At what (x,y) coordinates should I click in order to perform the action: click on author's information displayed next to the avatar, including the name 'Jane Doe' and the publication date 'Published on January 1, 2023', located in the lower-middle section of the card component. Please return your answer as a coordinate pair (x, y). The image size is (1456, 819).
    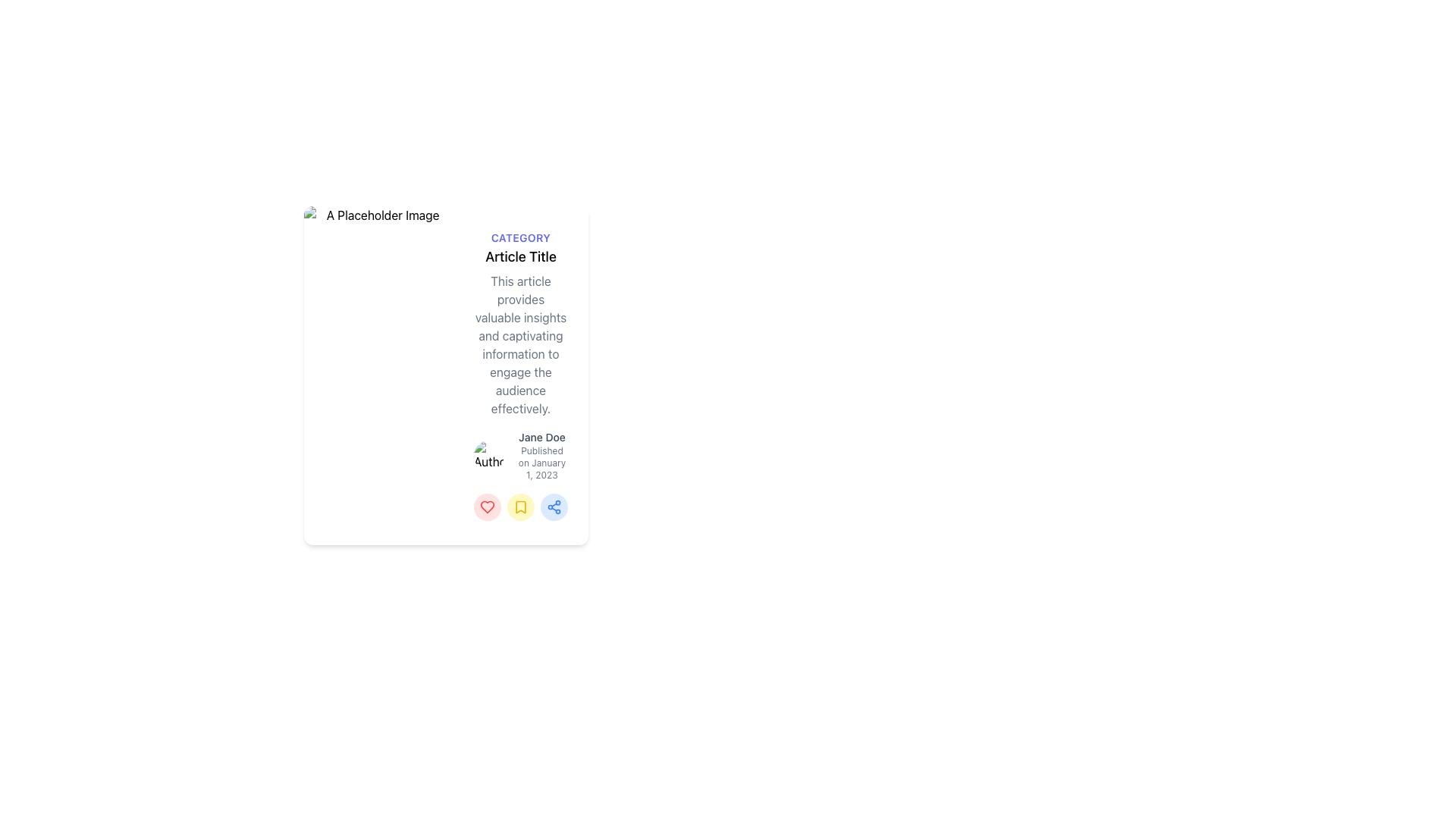
    Looking at the image, I should click on (520, 454).